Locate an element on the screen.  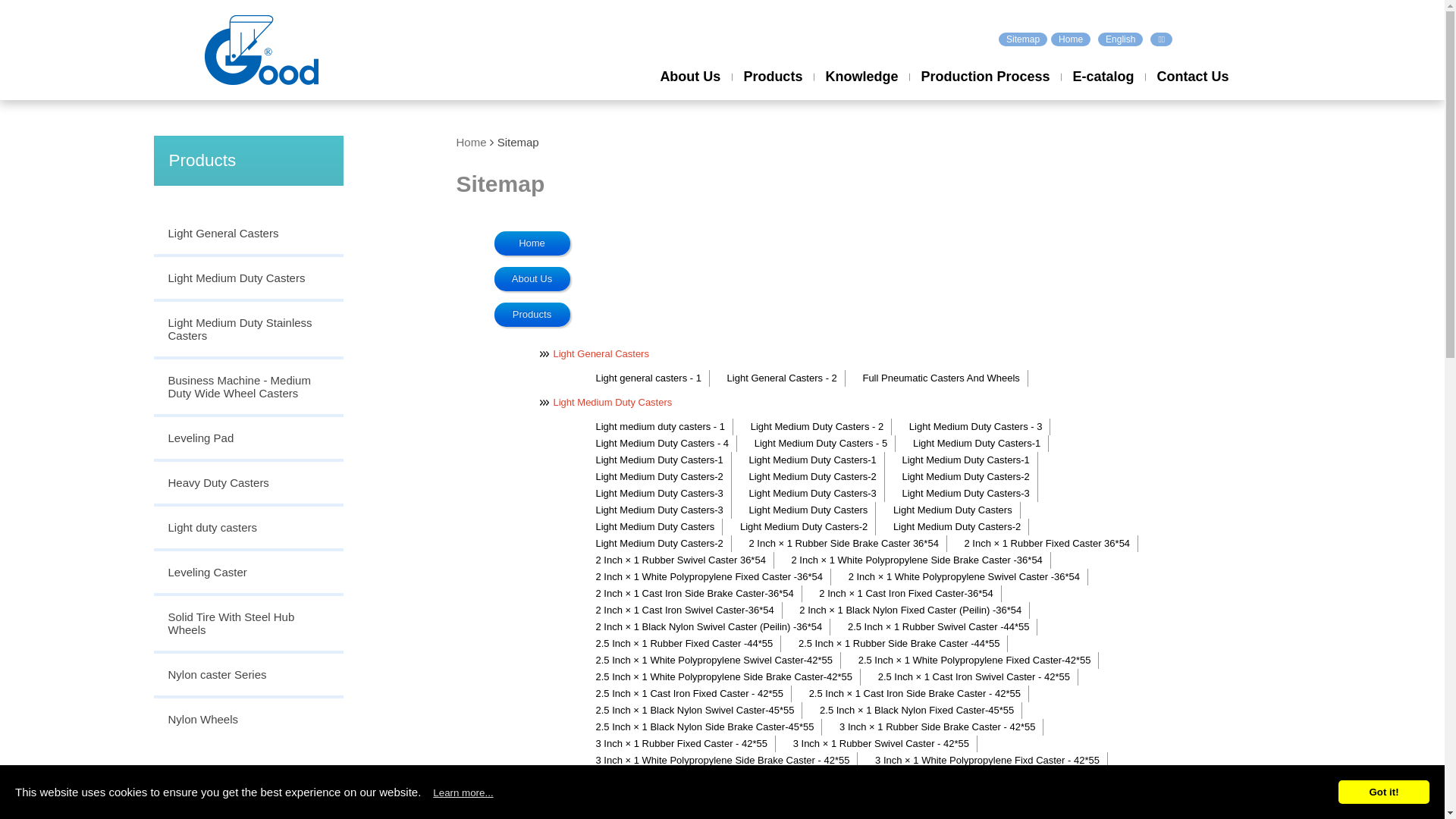
'Light Medium Duty Stainless Casters' is located at coordinates (247, 329).